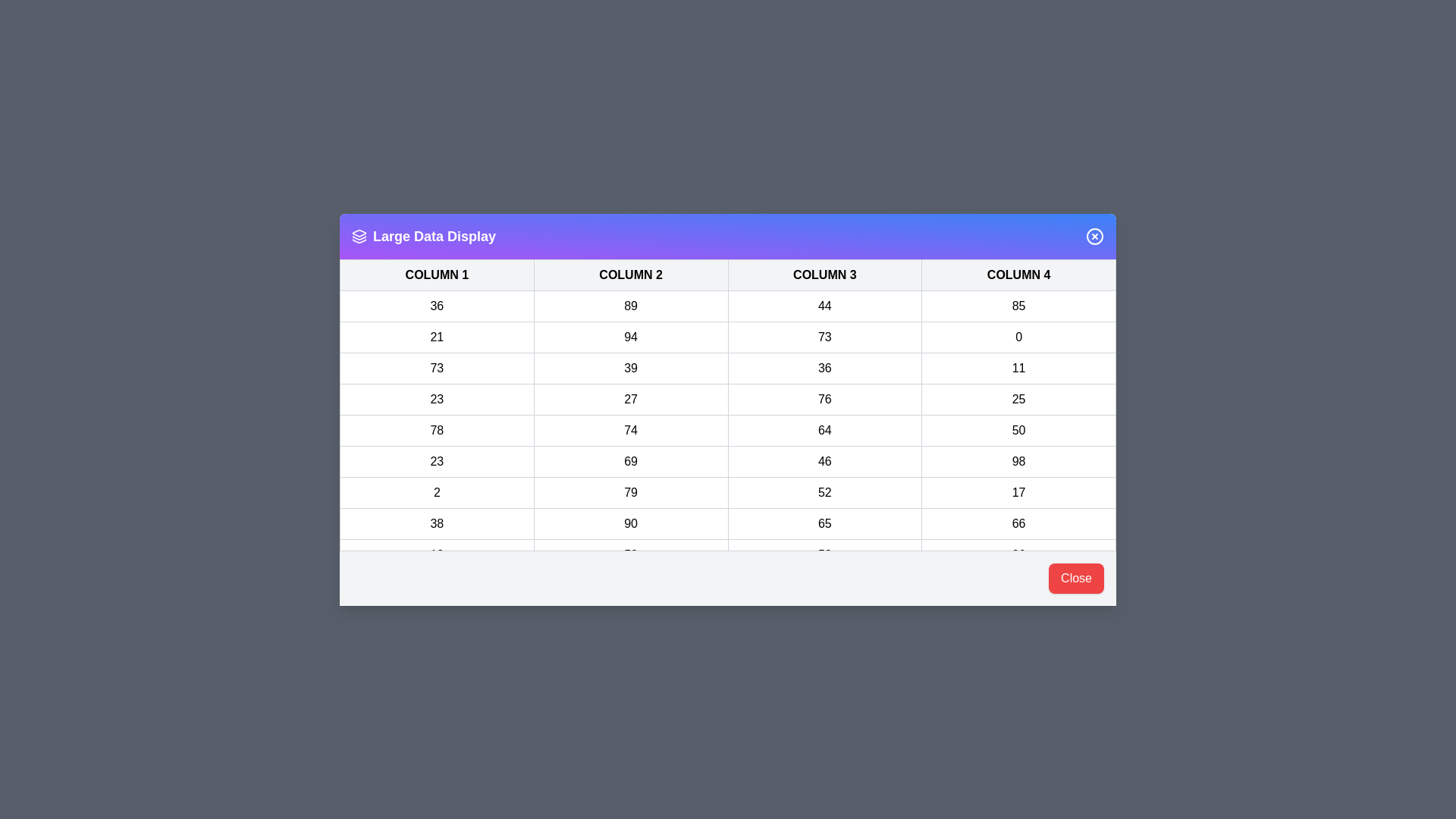 This screenshot has height=819, width=1456. Describe the element at coordinates (728, 236) in the screenshot. I see `the header to inspect its properties` at that location.